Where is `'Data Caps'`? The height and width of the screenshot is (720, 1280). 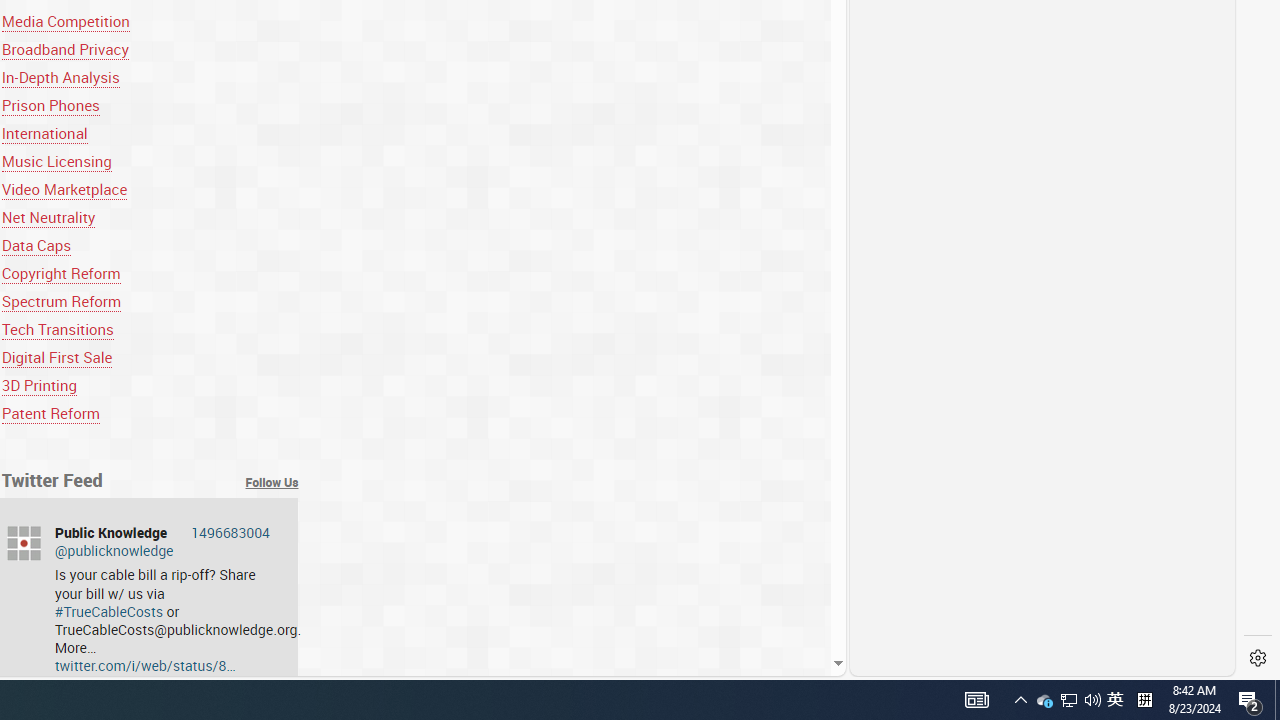
'Data Caps' is located at coordinates (36, 244).